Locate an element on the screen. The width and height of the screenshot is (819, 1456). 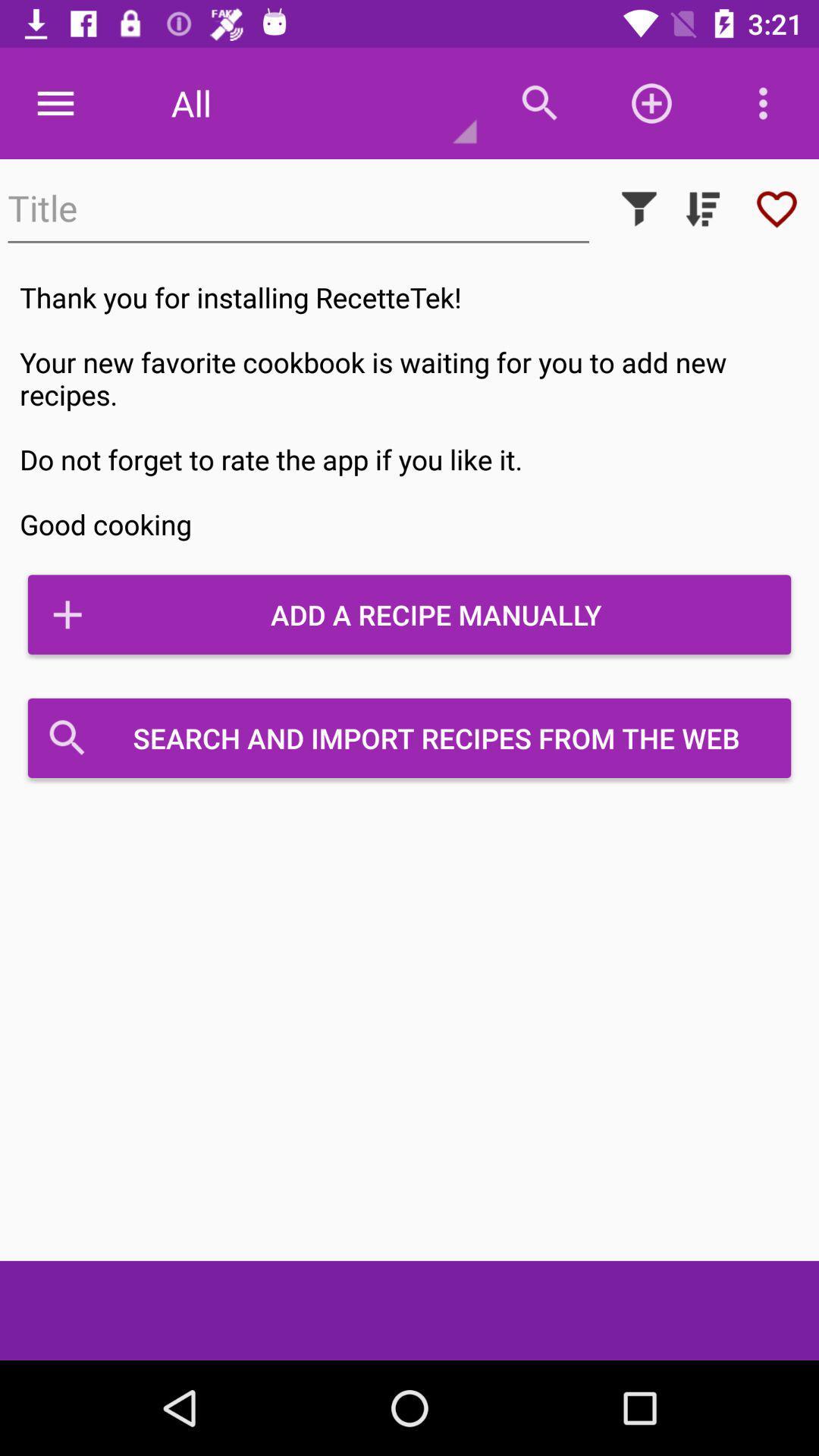
item above the thank you for icon is located at coordinates (639, 208).